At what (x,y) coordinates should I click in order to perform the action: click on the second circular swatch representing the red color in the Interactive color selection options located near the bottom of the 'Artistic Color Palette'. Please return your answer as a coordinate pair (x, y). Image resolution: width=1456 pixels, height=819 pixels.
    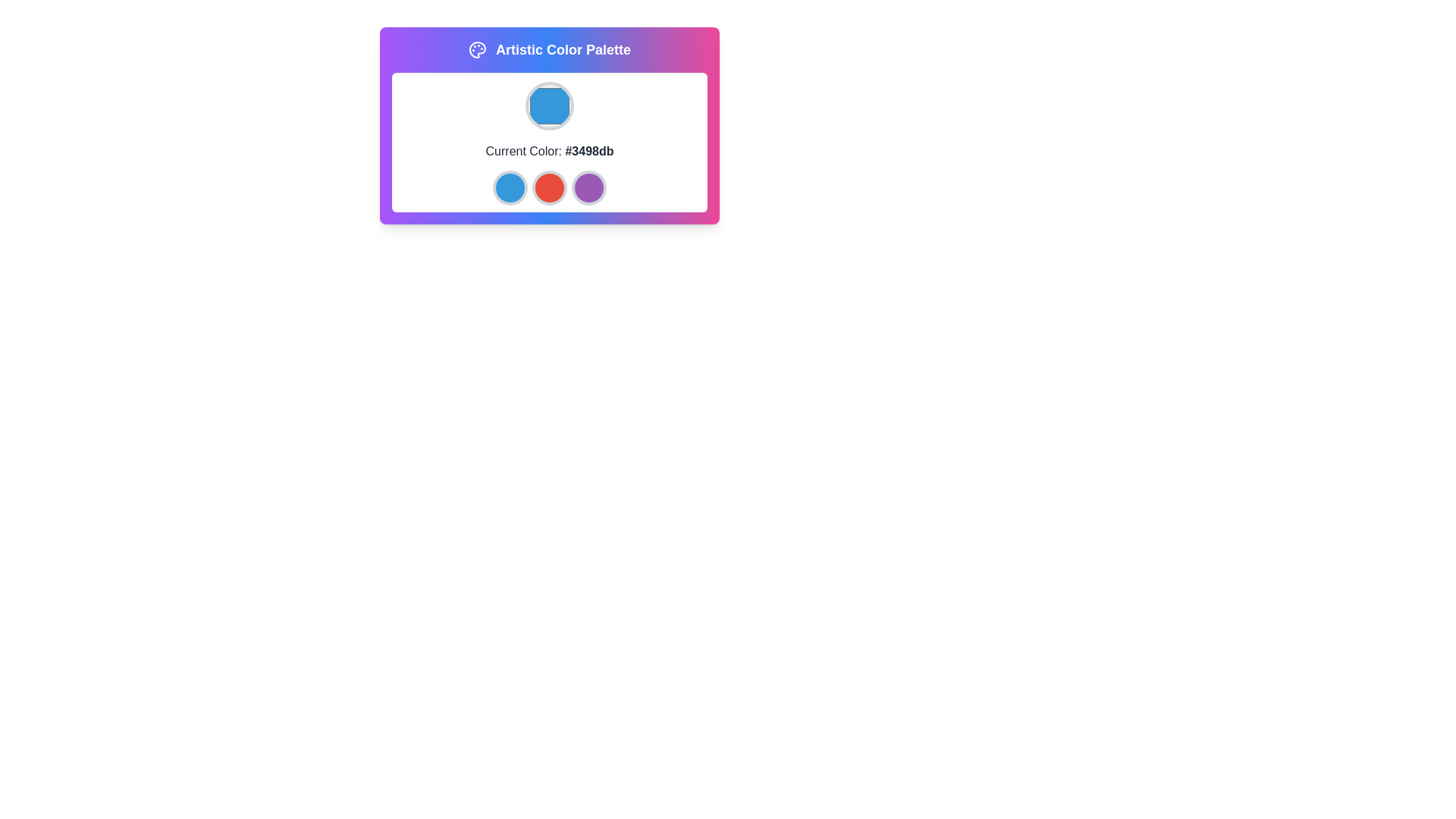
    Looking at the image, I should click on (548, 187).